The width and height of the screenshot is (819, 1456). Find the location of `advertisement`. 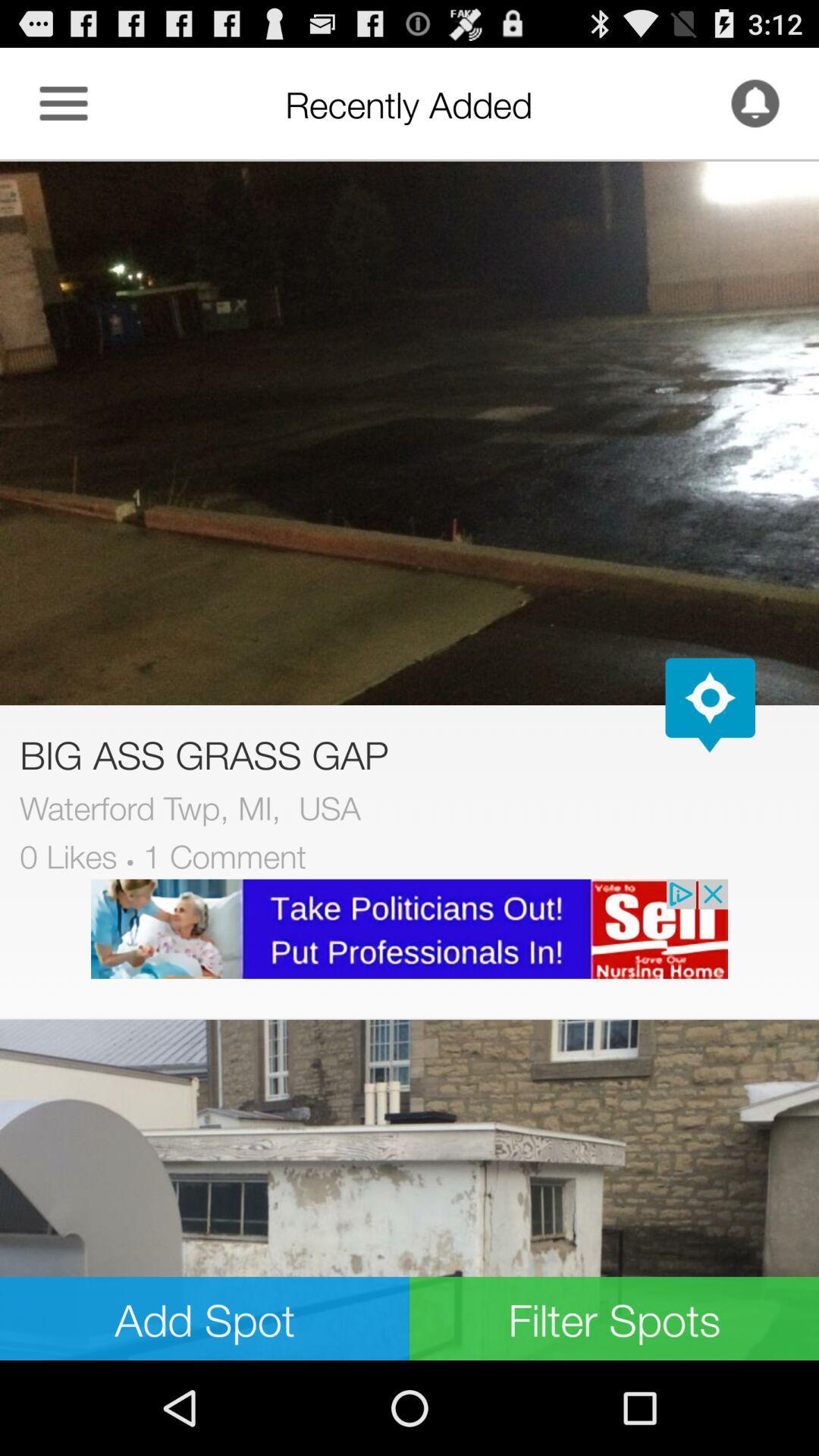

advertisement is located at coordinates (409, 928).